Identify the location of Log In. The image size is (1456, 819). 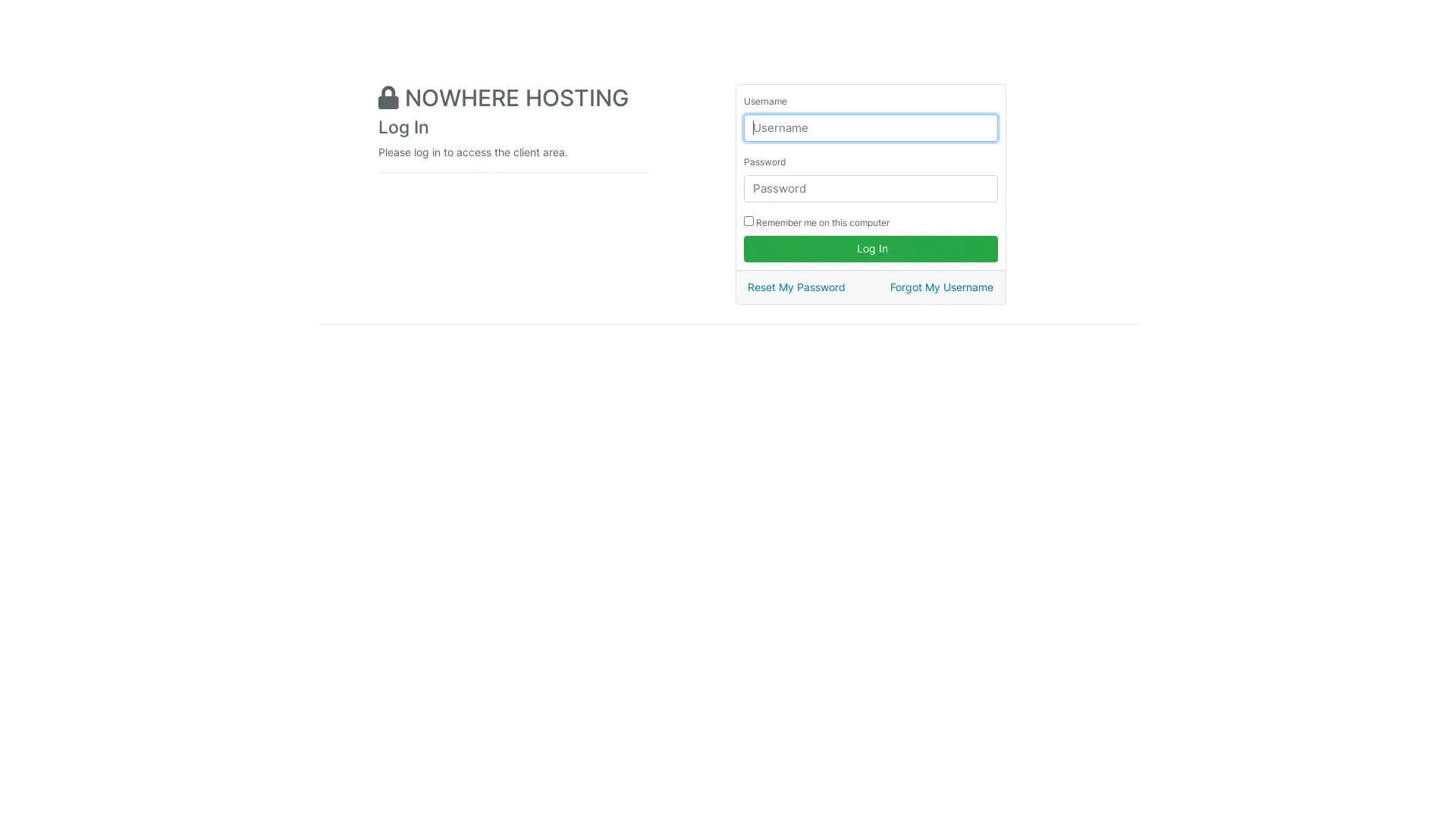
(870, 247).